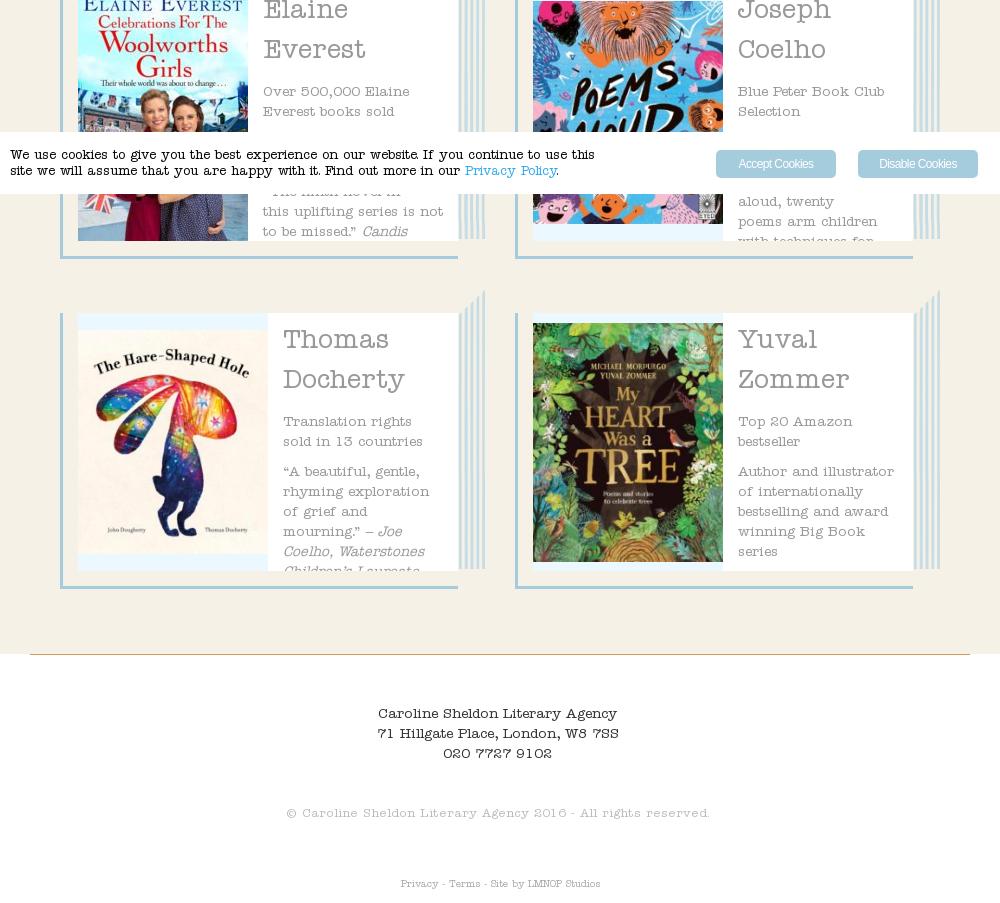 The width and height of the screenshot is (1000, 903). What do you see at coordinates (843, 182) in the screenshot?
I see `'designed to be read aloud,'` at bounding box center [843, 182].